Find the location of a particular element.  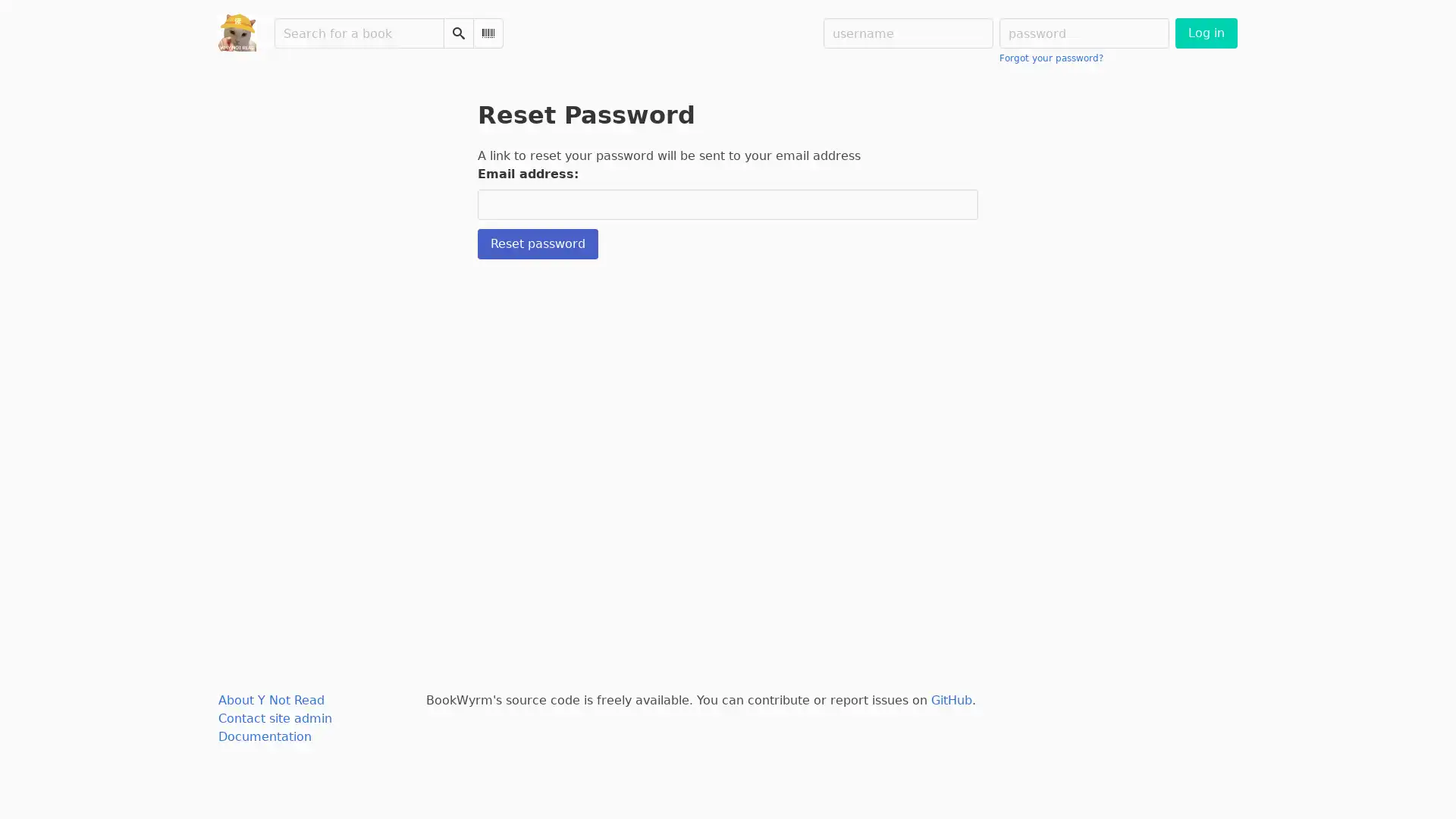

Scan Barcode is located at coordinates (488, 33).